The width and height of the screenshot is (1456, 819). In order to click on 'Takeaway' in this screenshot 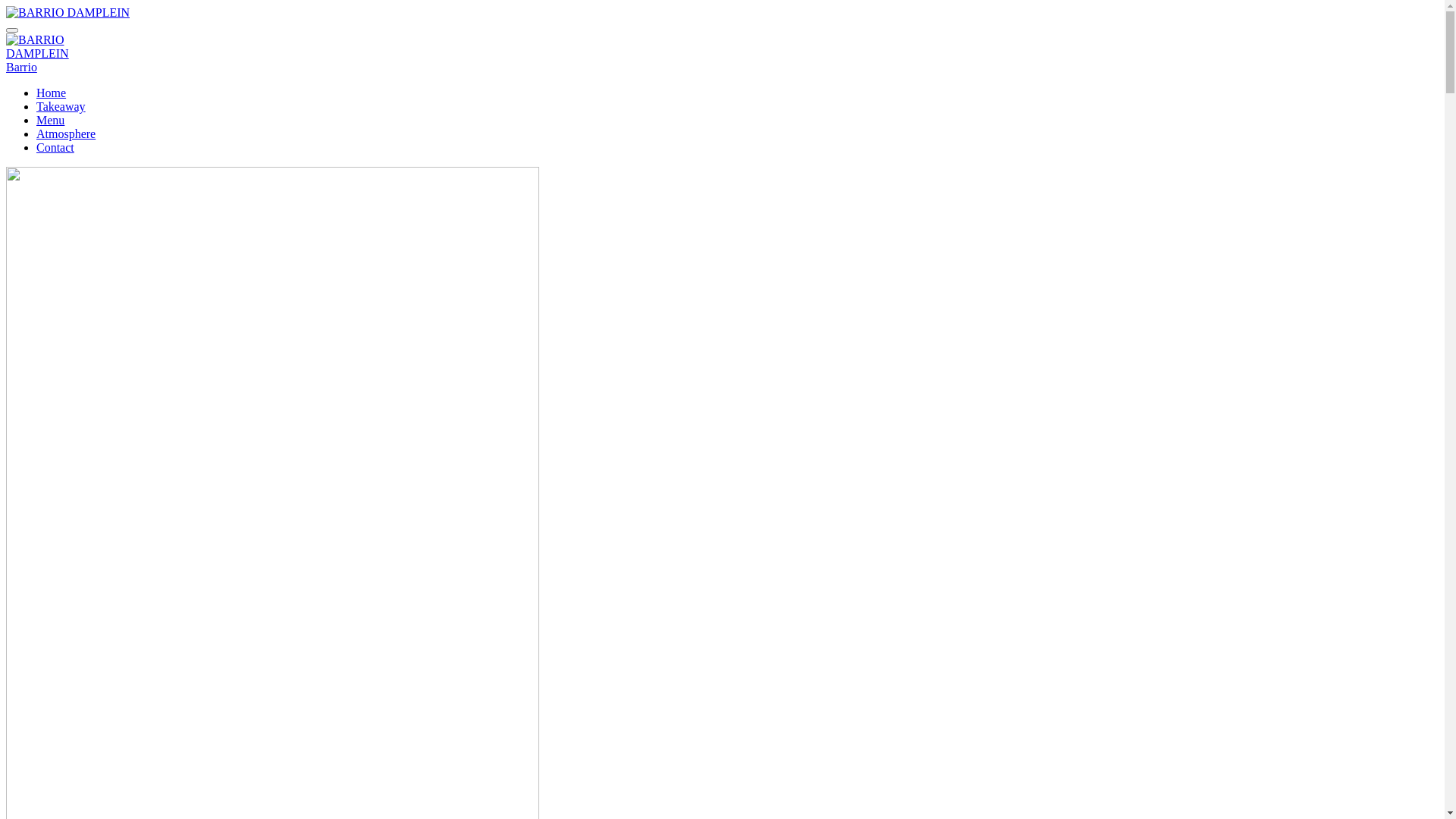, I will do `click(36, 105)`.